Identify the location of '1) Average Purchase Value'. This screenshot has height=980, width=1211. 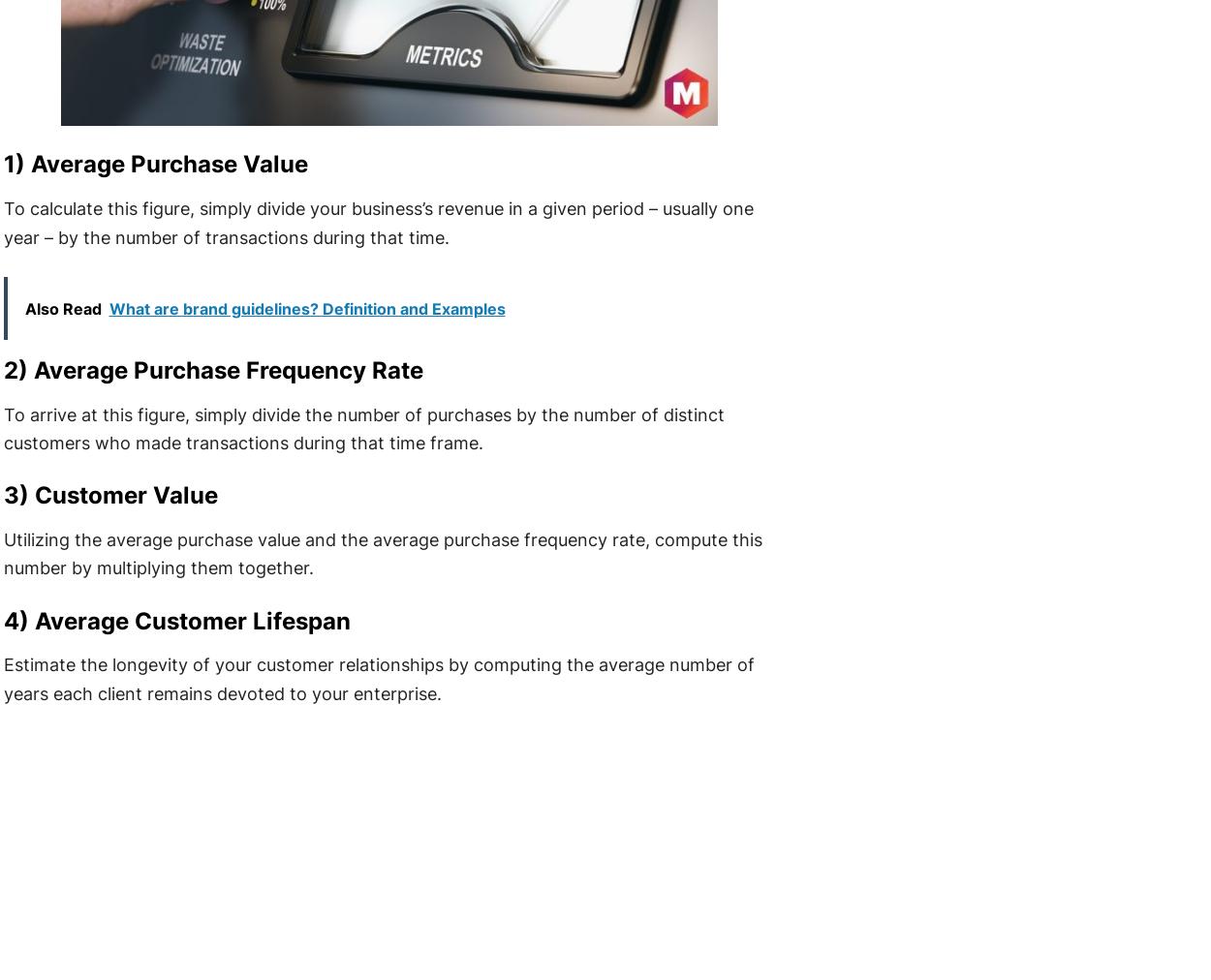
(2, 164).